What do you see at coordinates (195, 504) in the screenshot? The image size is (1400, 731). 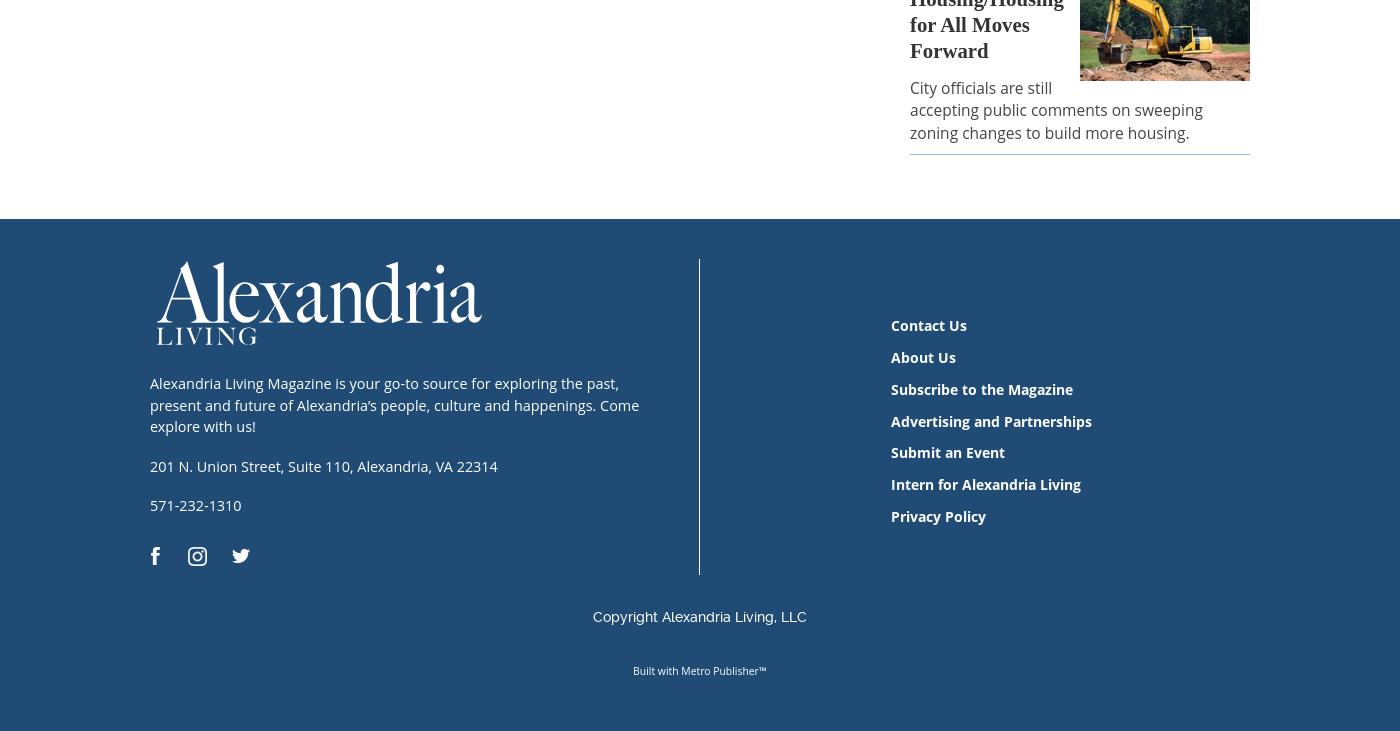 I see `'571-232-1310'` at bounding box center [195, 504].